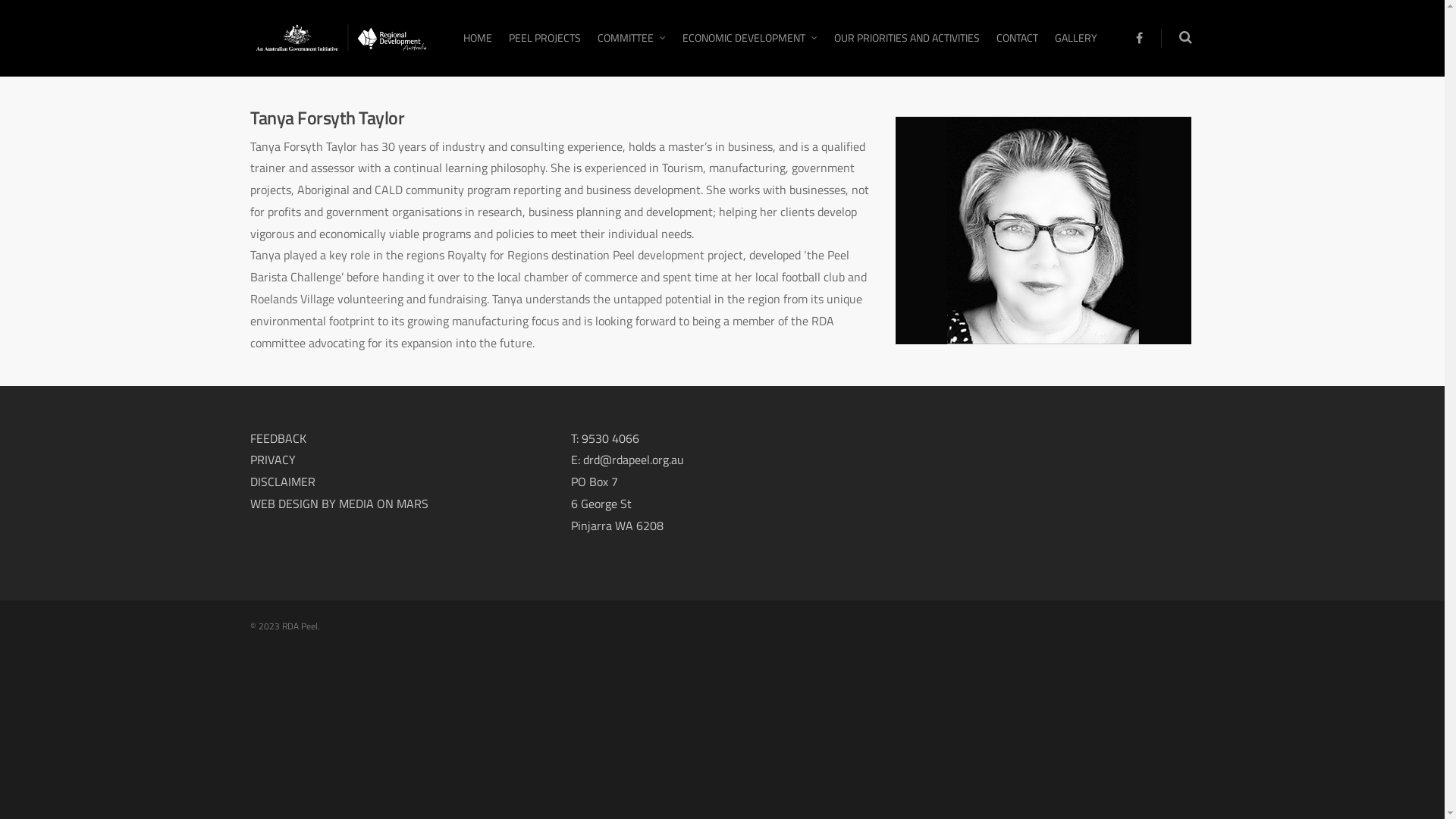 The width and height of the screenshot is (1456, 819). What do you see at coordinates (633, 458) in the screenshot?
I see `'drd@rdapeel.org.au'` at bounding box center [633, 458].